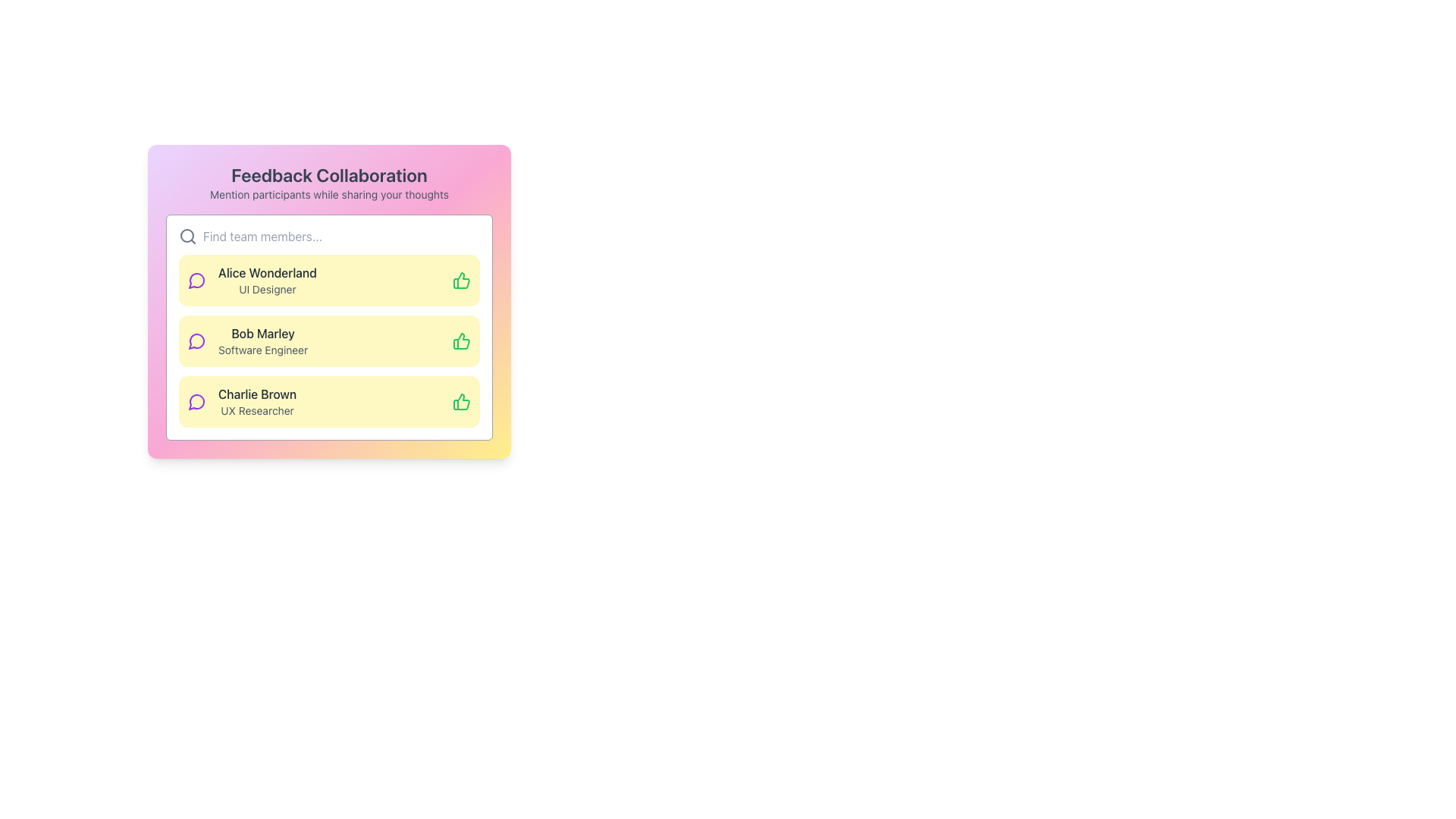  I want to click on the graphical icon in the lower-right corner of the third item in the 'Feedback Collaboration' list, next to 'Charlie Brown, UX Researcher', so click(460, 341).